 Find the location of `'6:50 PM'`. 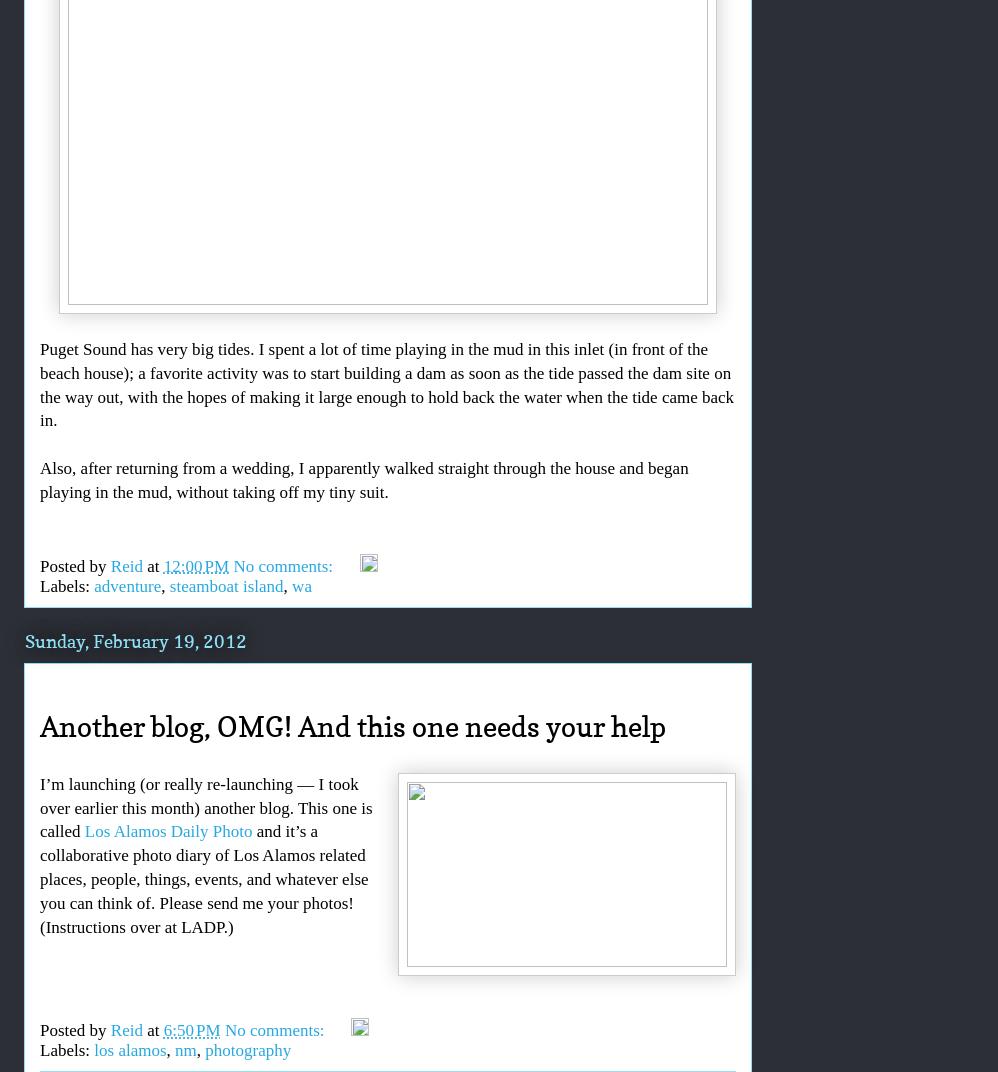

'6:50 PM' is located at coordinates (190, 1030).